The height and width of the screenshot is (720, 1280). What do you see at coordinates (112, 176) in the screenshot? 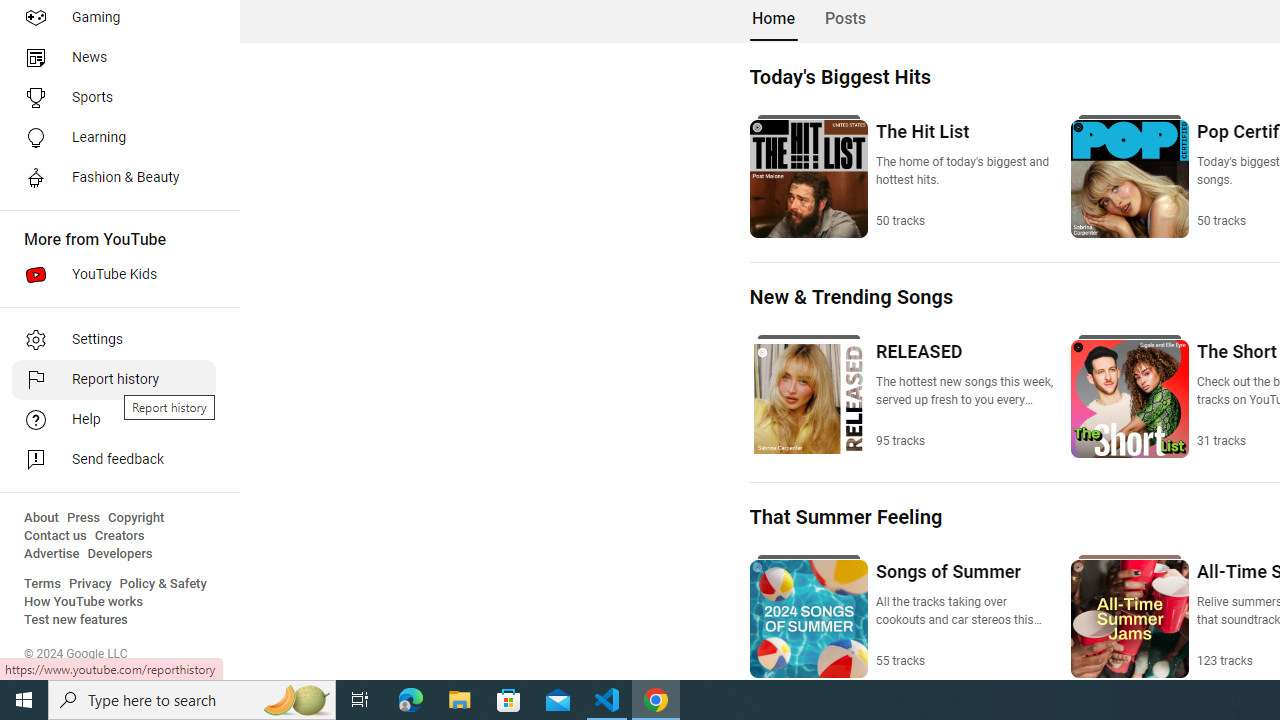
I see `'Fashion & Beauty'` at bounding box center [112, 176].